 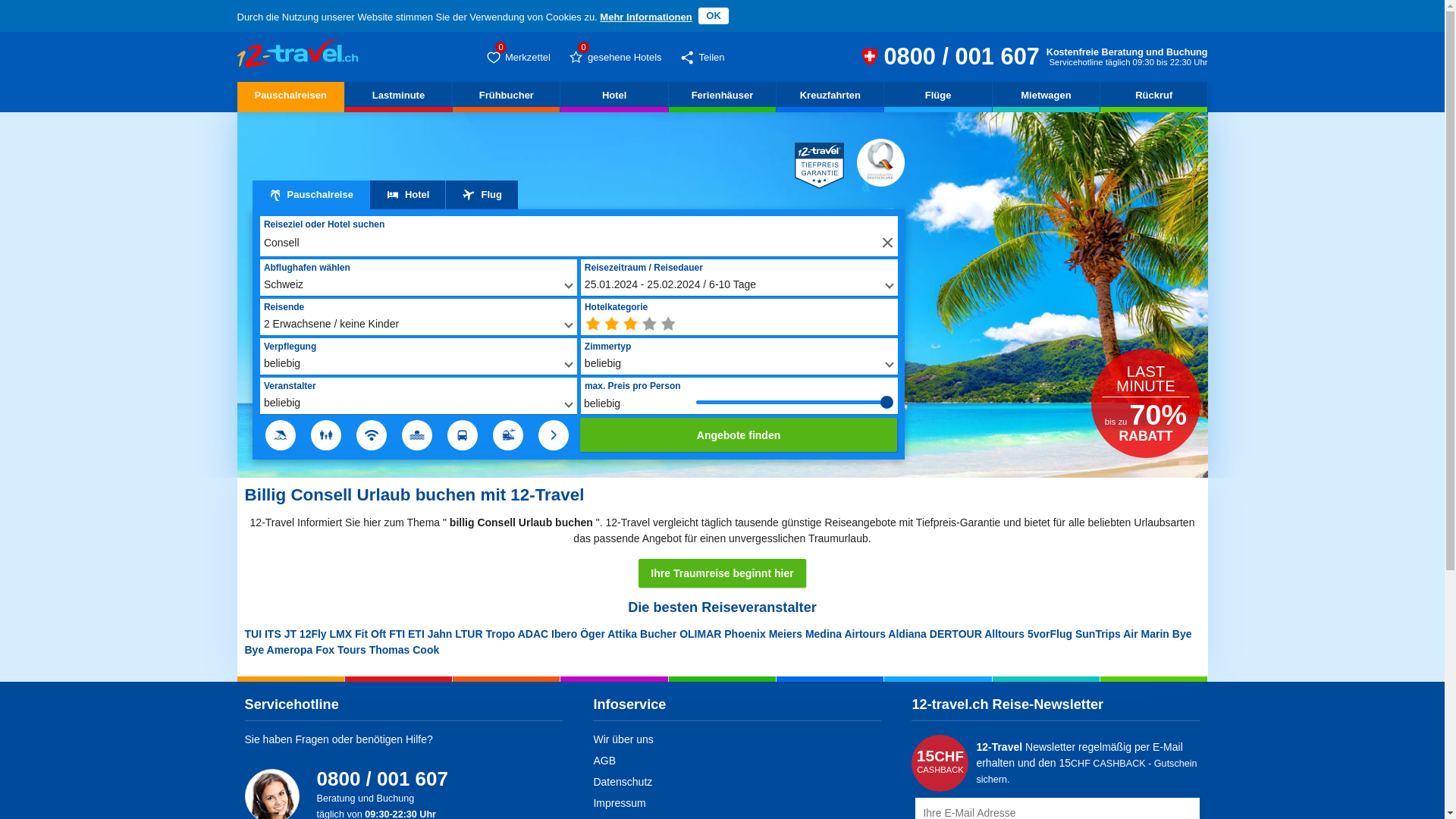 I want to click on 'Pauschalreise', so click(x=309, y=194).